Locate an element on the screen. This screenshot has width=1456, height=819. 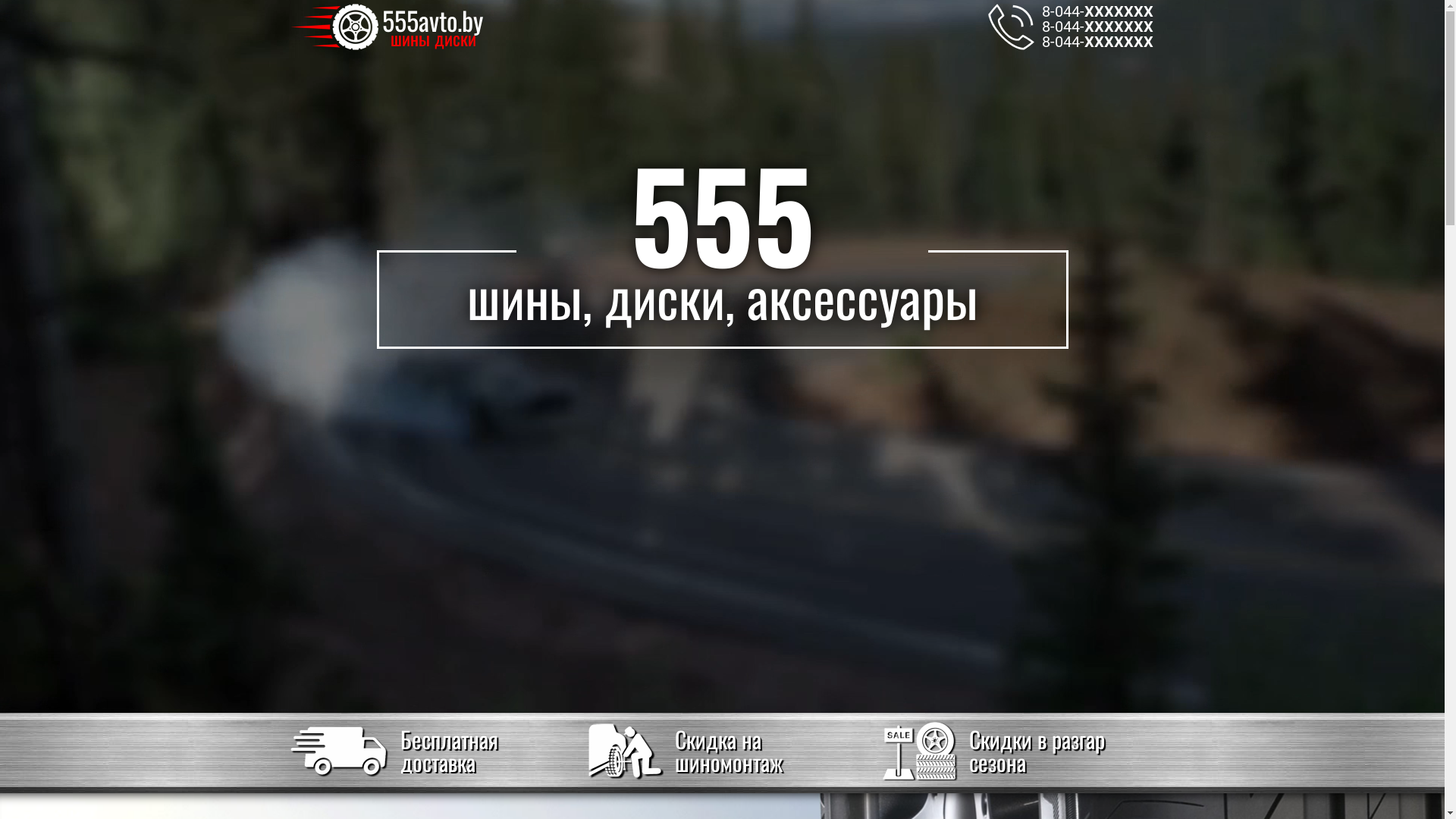
'8-044-XXXXXXX' is located at coordinates (1040, 40).